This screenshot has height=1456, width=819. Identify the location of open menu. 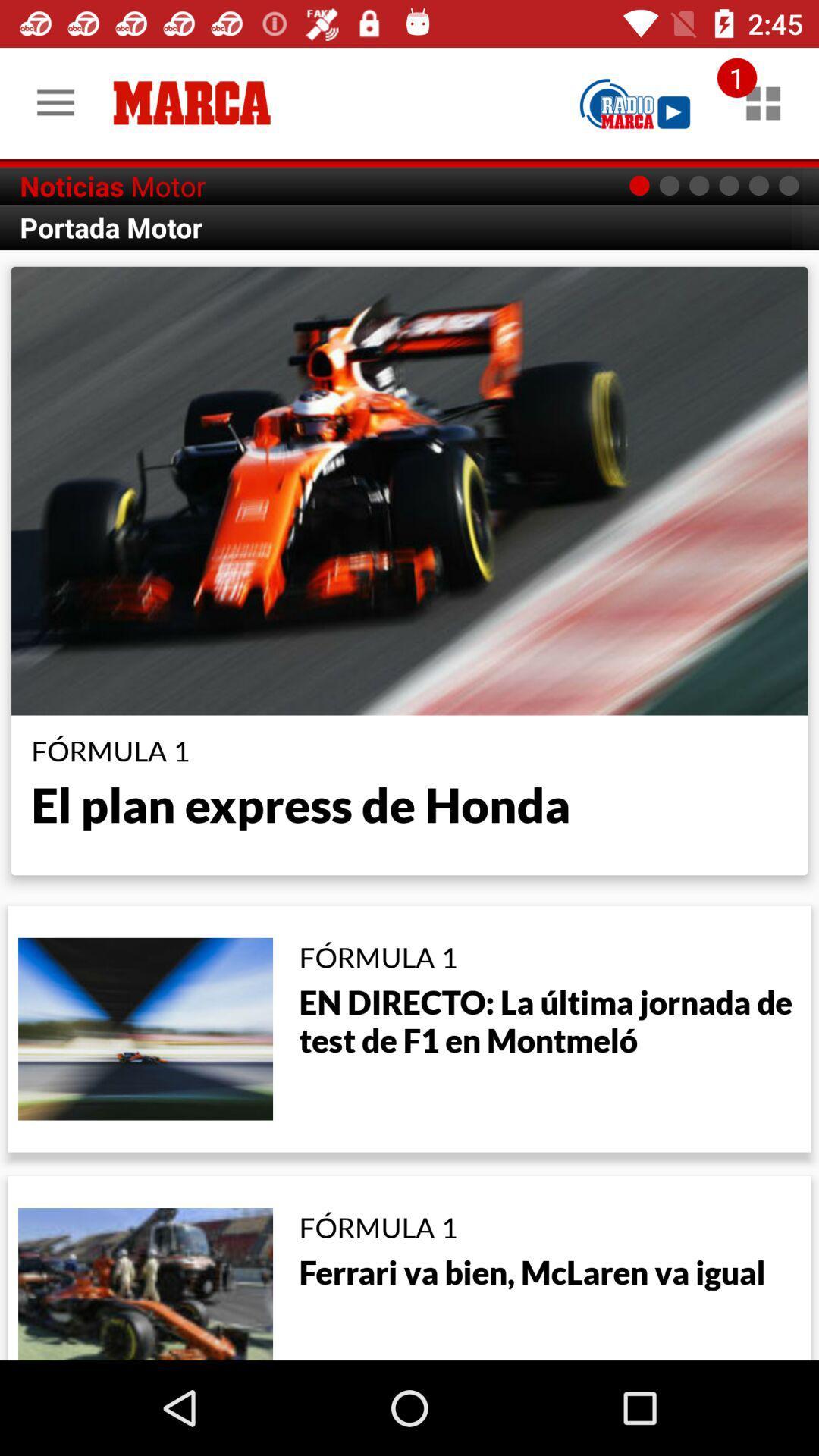
(763, 102).